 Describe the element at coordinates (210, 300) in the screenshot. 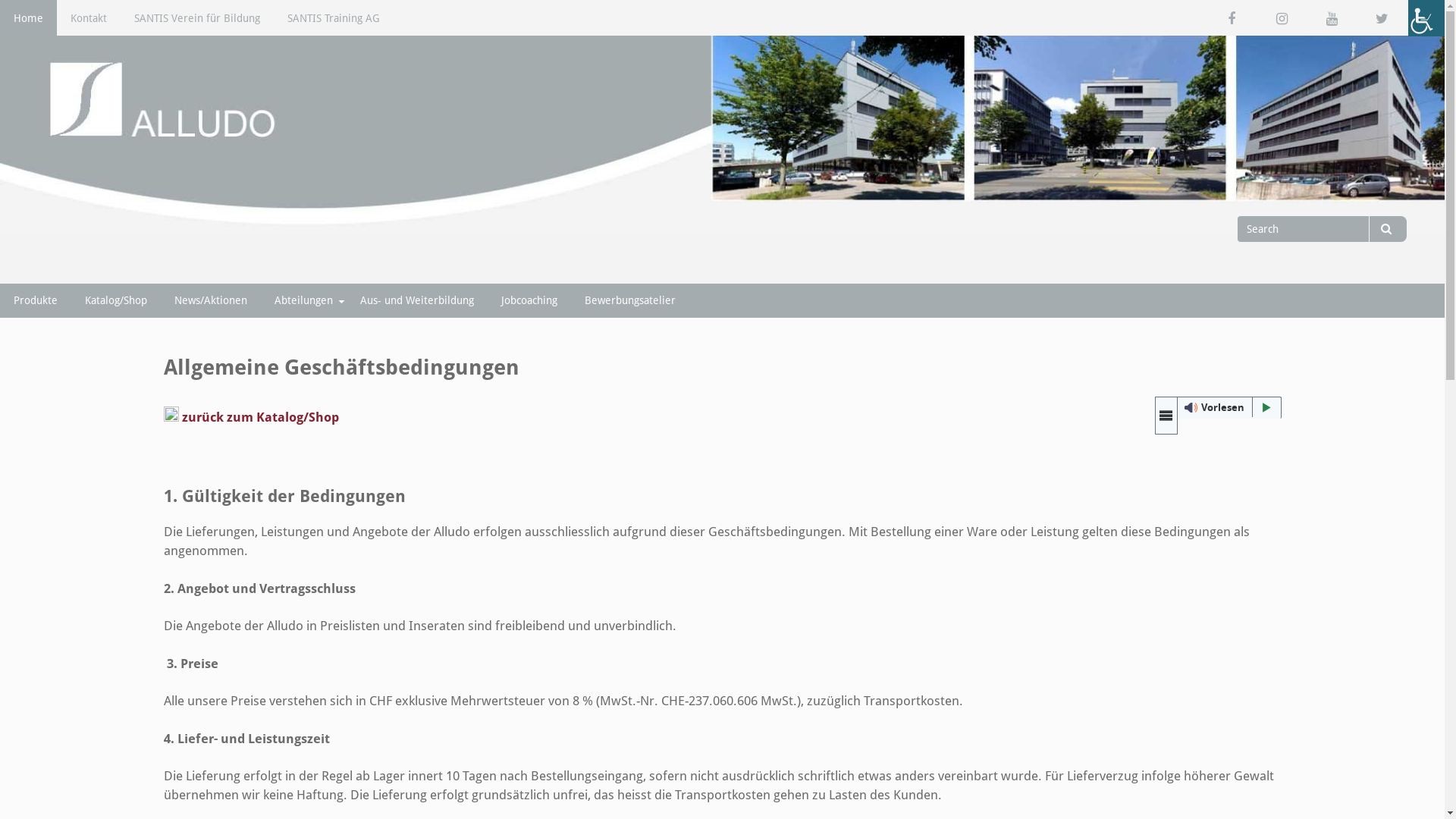

I see `'News/Aktionen'` at that location.